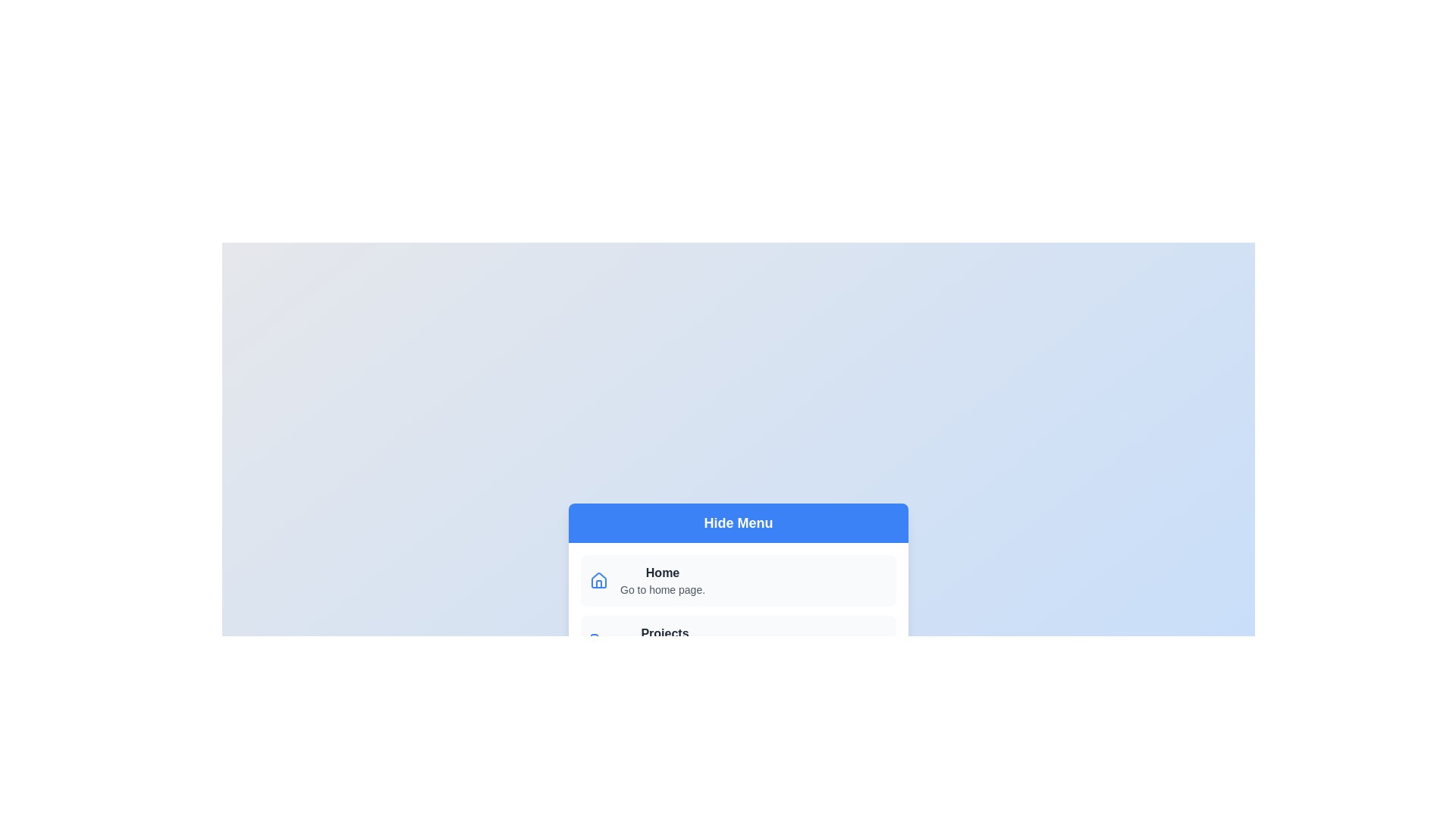 This screenshot has height=819, width=1456. Describe the element at coordinates (739, 641) in the screenshot. I see `the menu item labeled Projects` at that location.